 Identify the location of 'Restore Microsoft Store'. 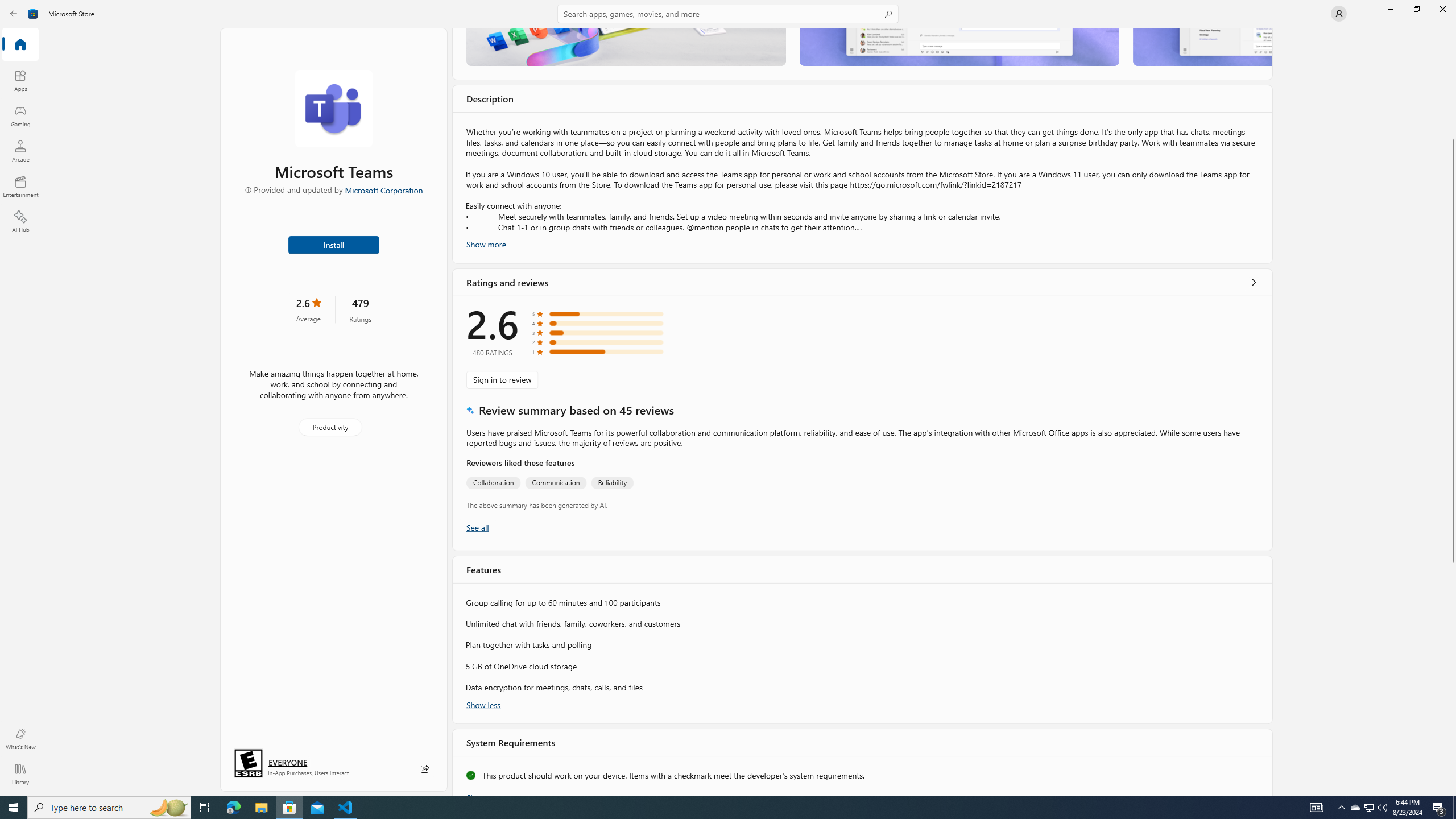
(1416, 9).